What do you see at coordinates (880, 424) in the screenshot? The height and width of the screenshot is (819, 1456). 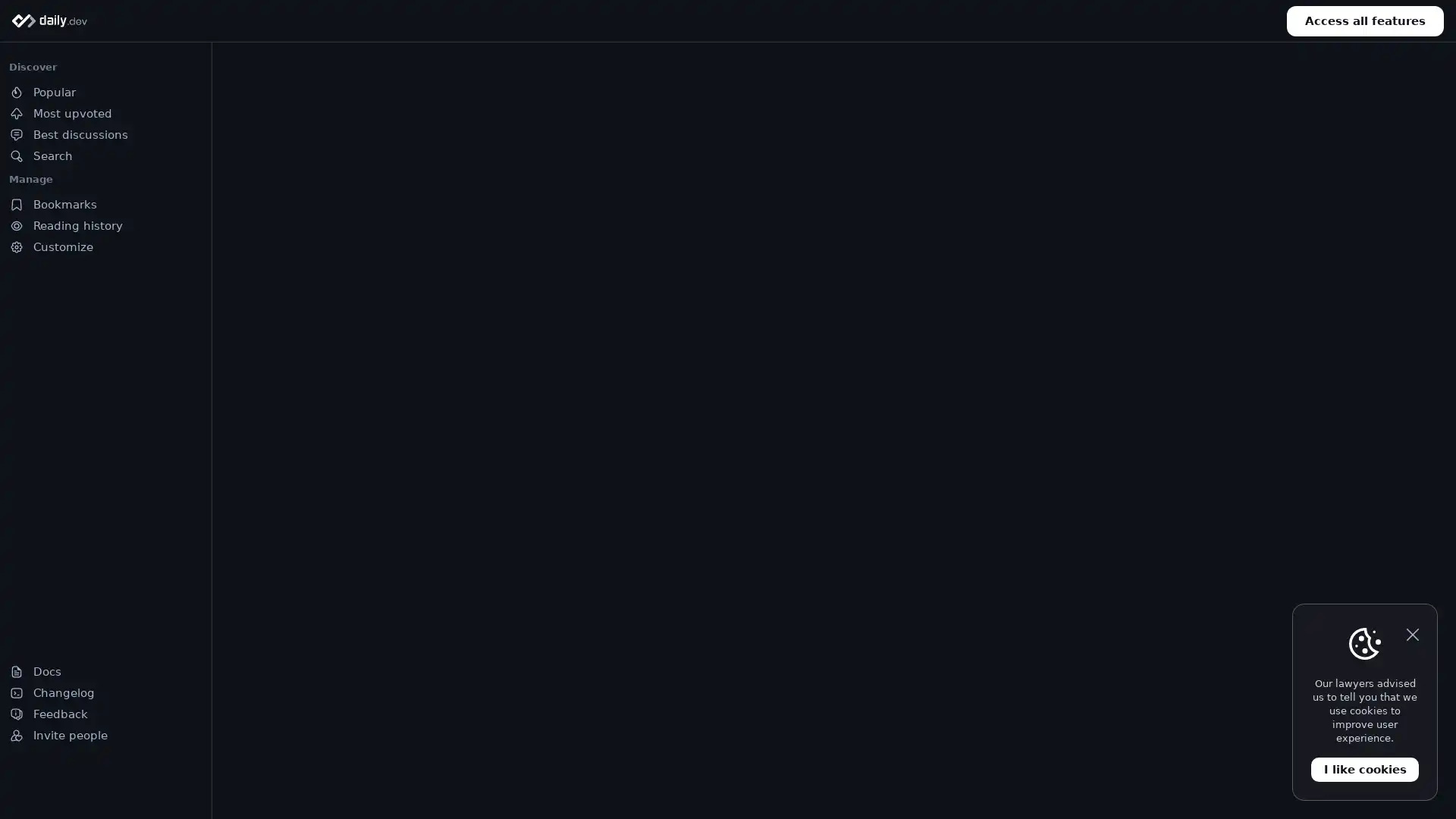 I see `Upvote` at bounding box center [880, 424].